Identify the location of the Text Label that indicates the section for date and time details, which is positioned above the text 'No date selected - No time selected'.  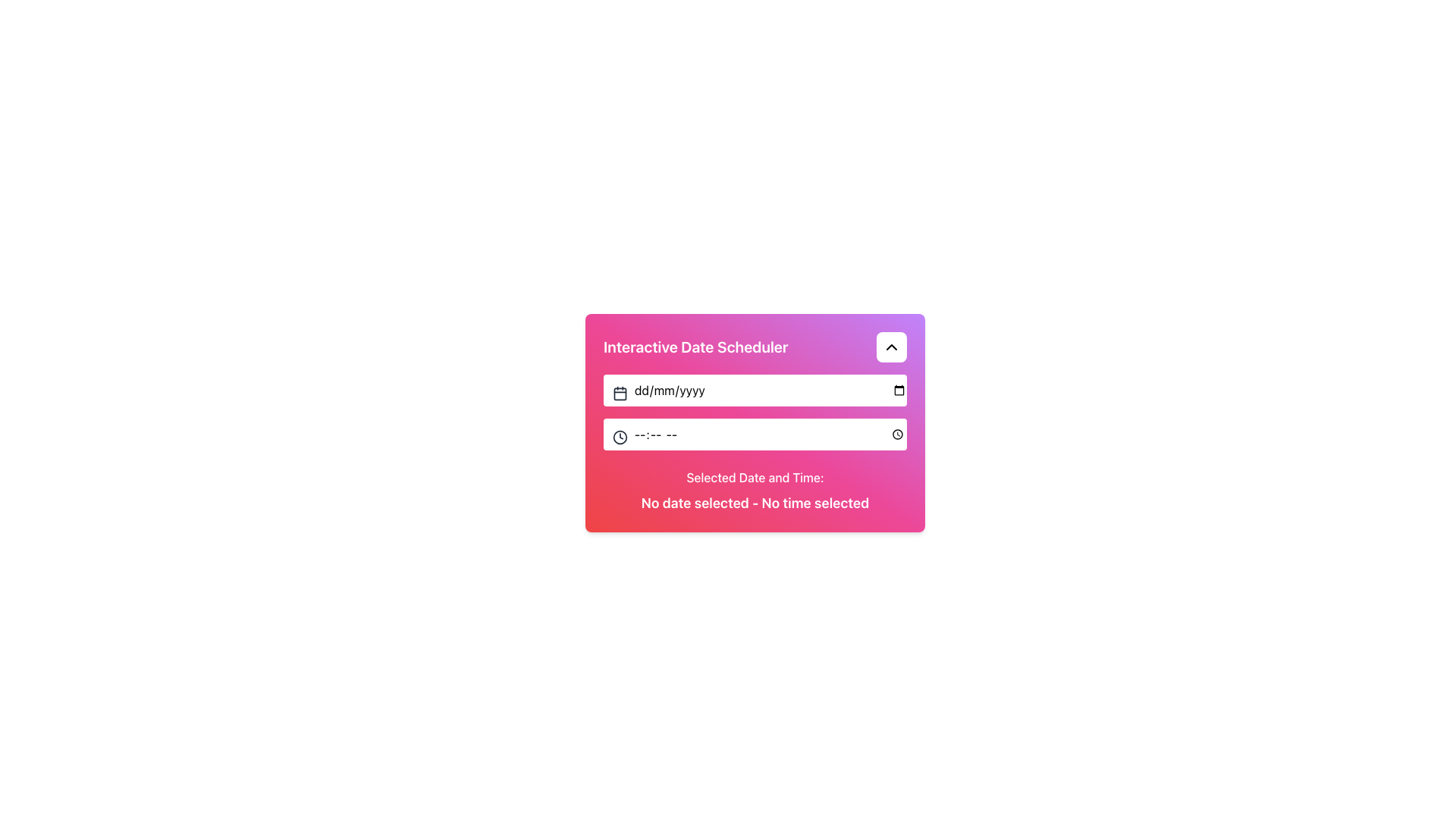
(755, 476).